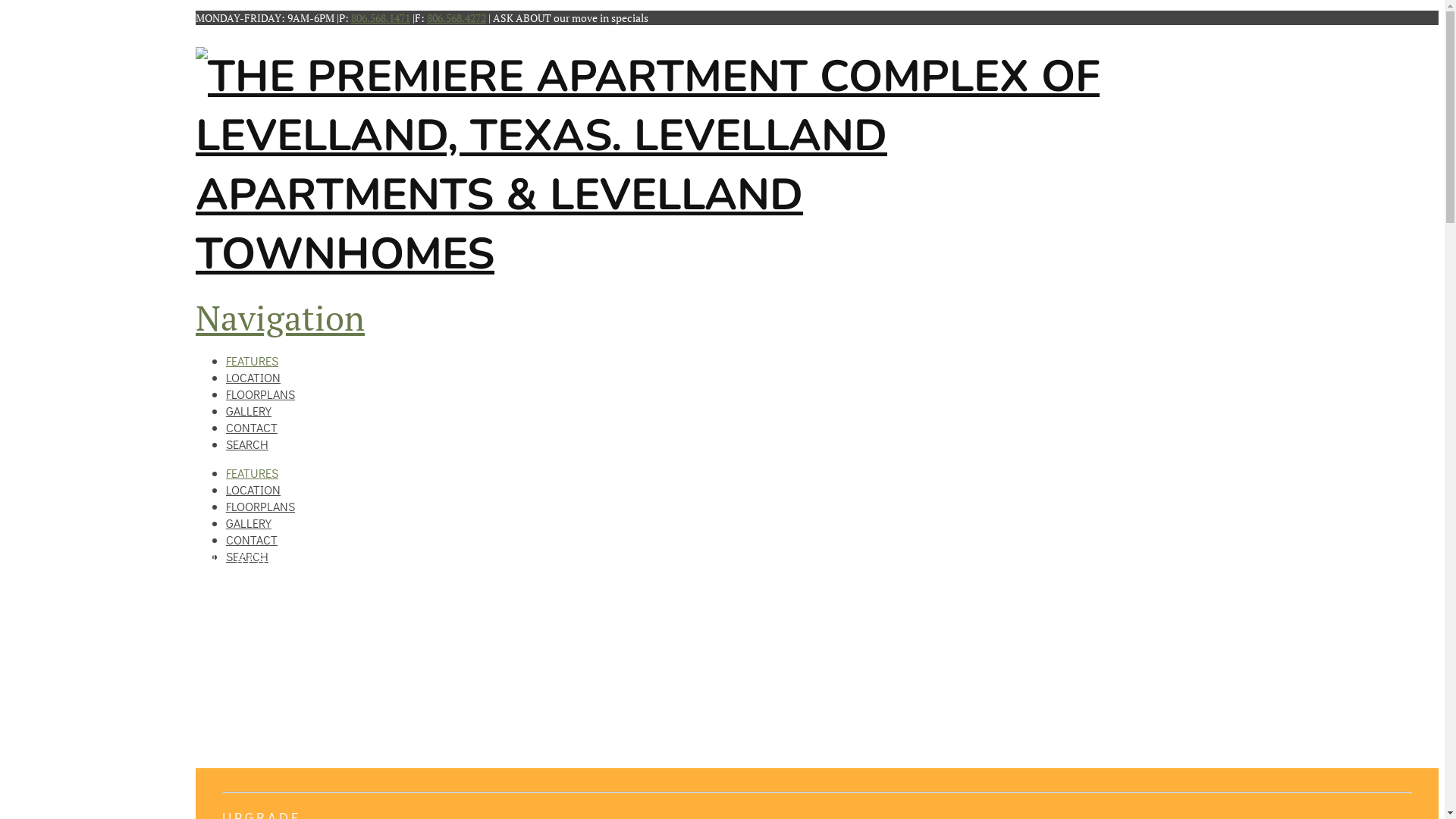 This screenshot has height=819, width=1456. I want to click on 'GALLERY', so click(224, 405).